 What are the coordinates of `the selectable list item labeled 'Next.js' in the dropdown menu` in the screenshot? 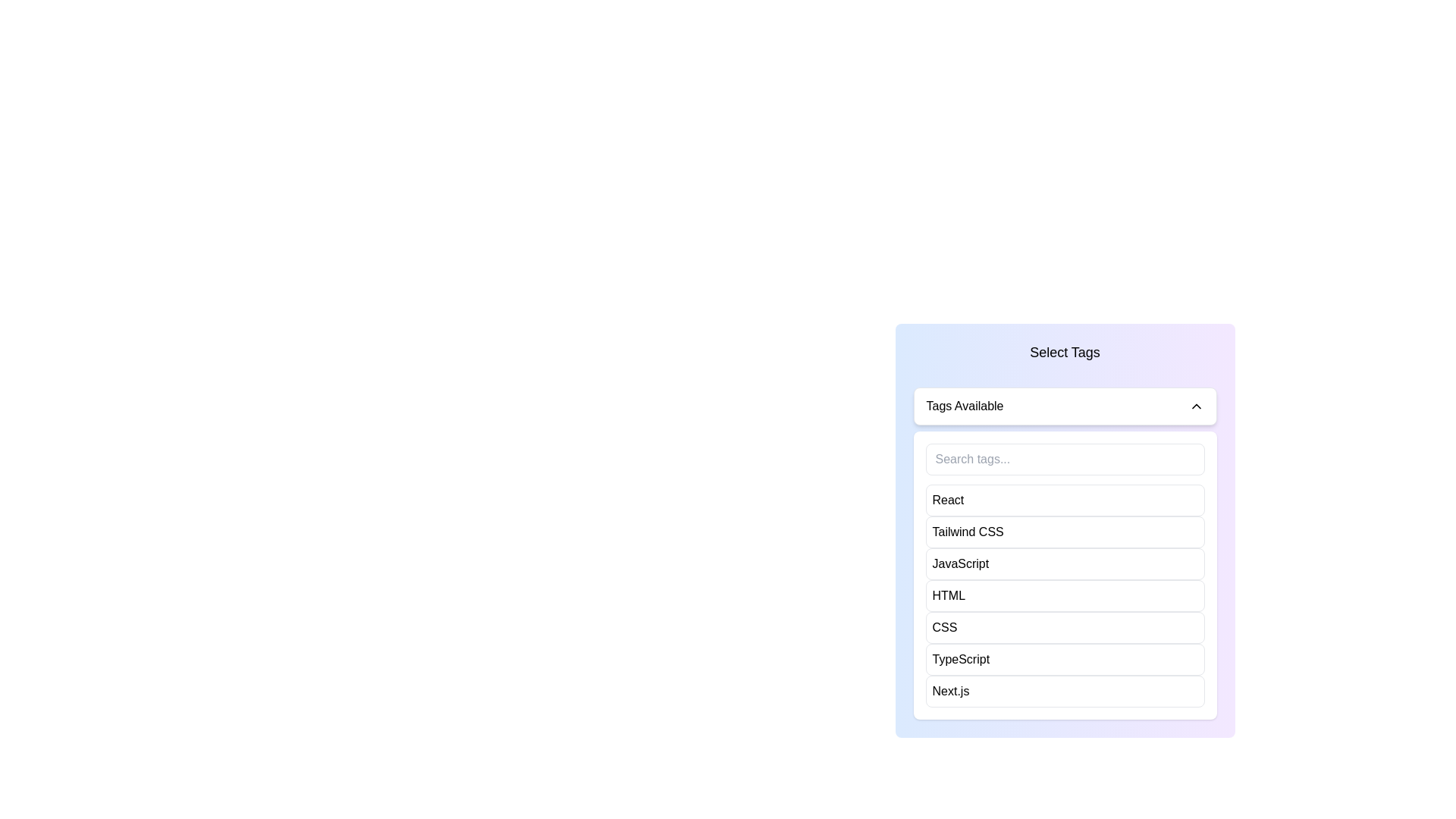 It's located at (1064, 691).